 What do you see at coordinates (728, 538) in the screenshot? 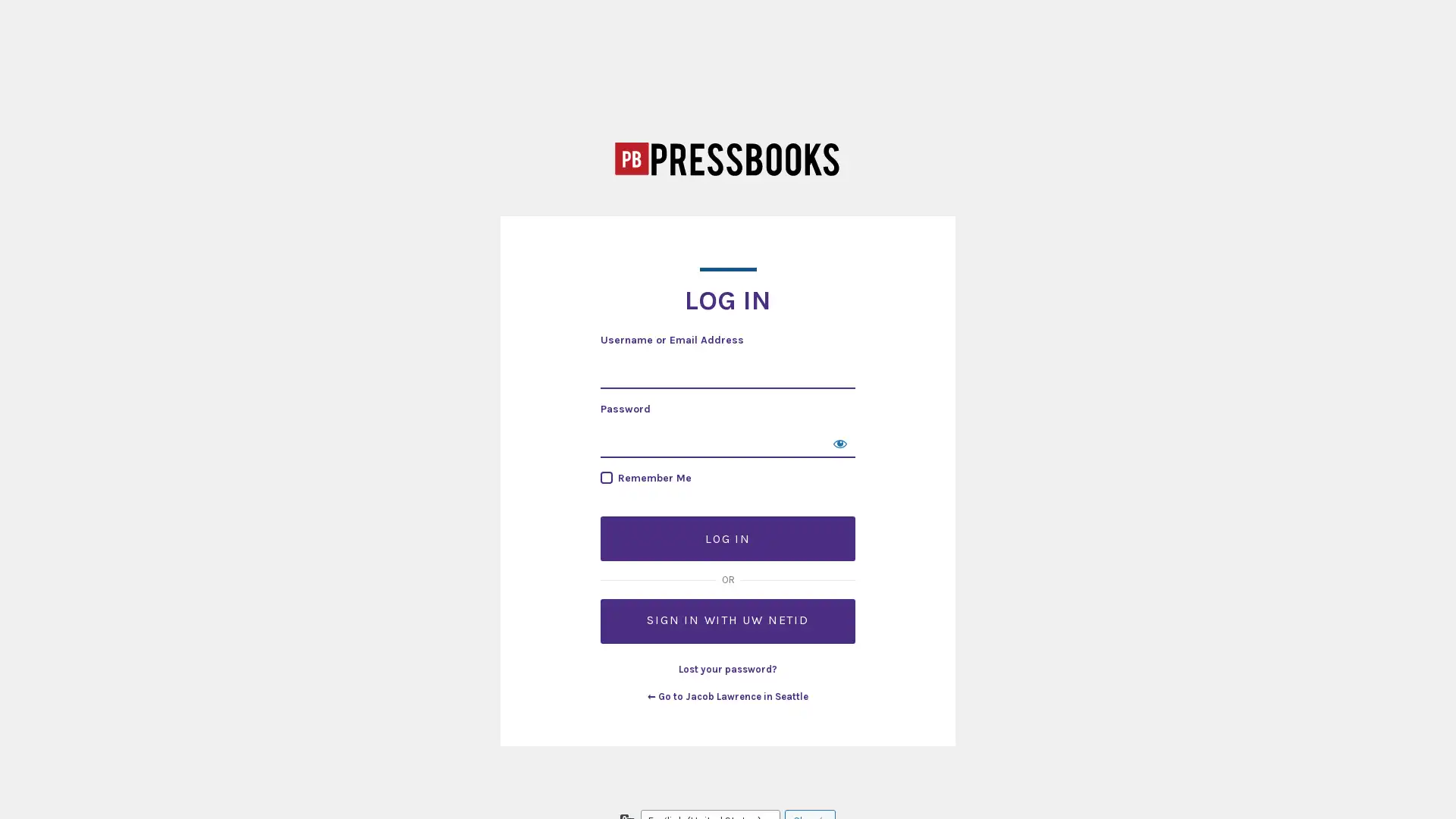
I see `Log In` at bounding box center [728, 538].